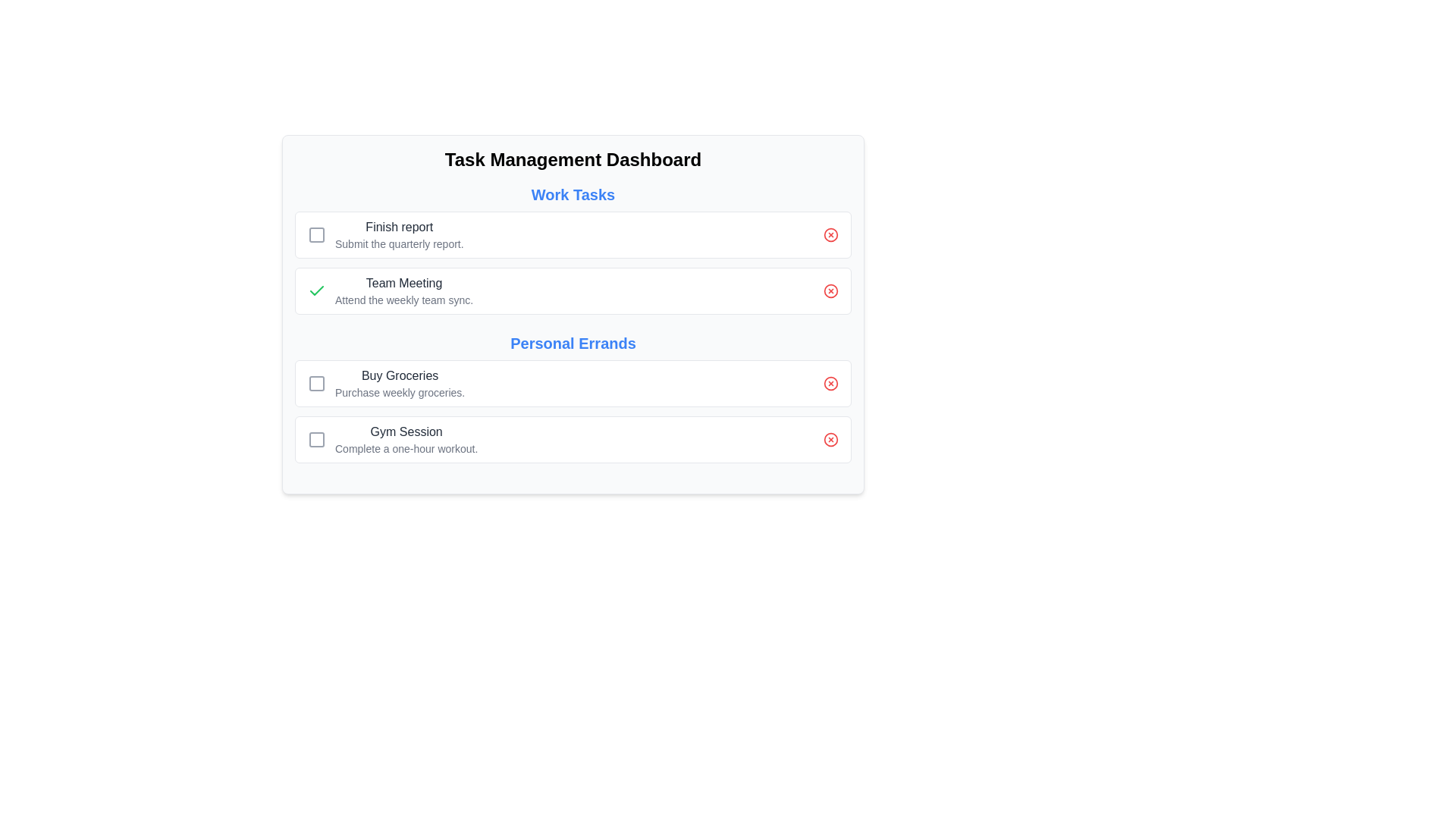 The height and width of the screenshot is (819, 1456). What do you see at coordinates (406, 447) in the screenshot?
I see `the text label displaying 'Complete a one-hour workout.' located below the 'Gym Session' in the 'Personal Errands' section` at bounding box center [406, 447].